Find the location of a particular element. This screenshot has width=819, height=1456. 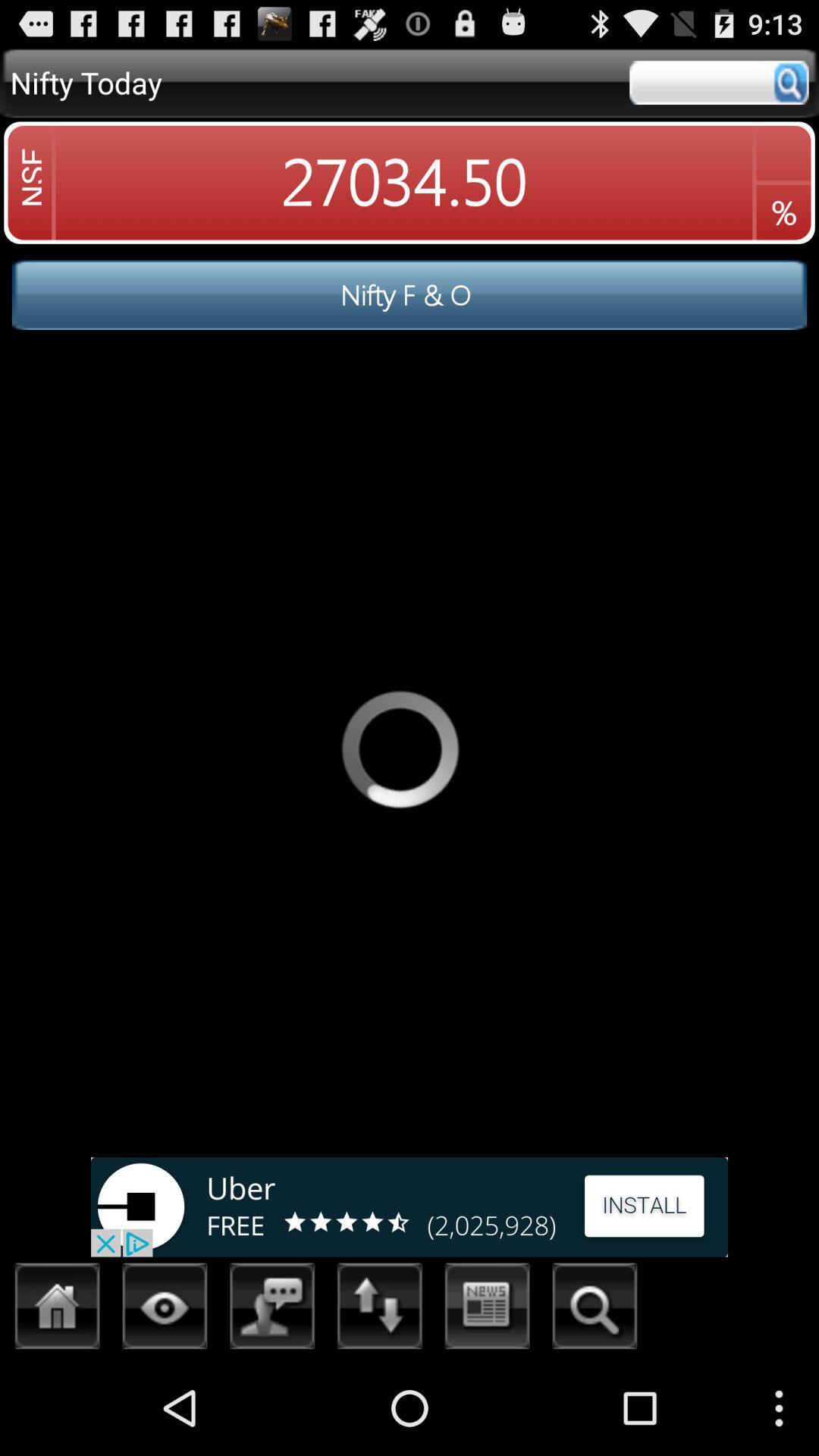

eye pega is located at coordinates (165, 1310).